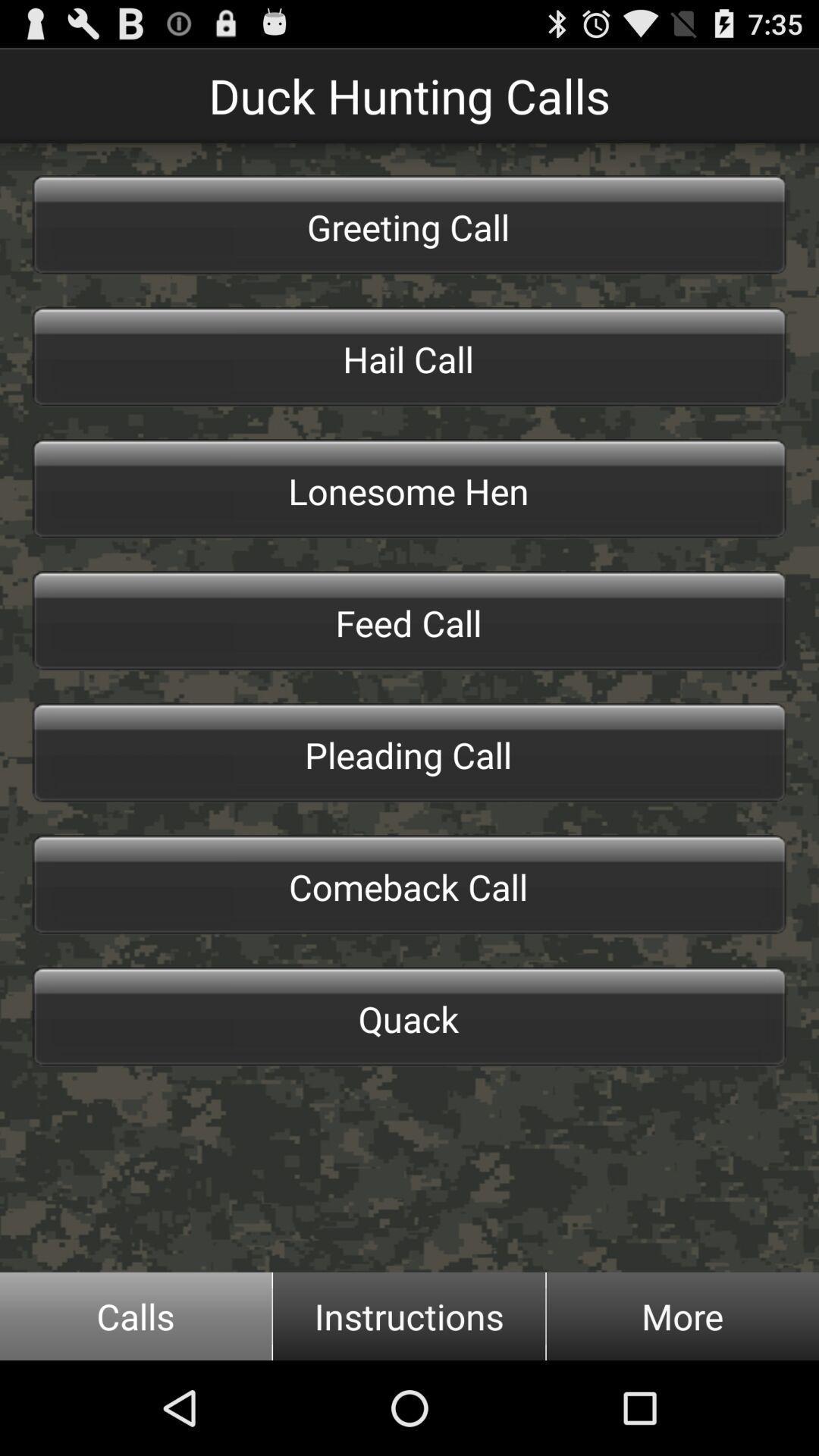  Describe the element at coordinates (409, 356) in the screenshot. I see `hail call` at that location.